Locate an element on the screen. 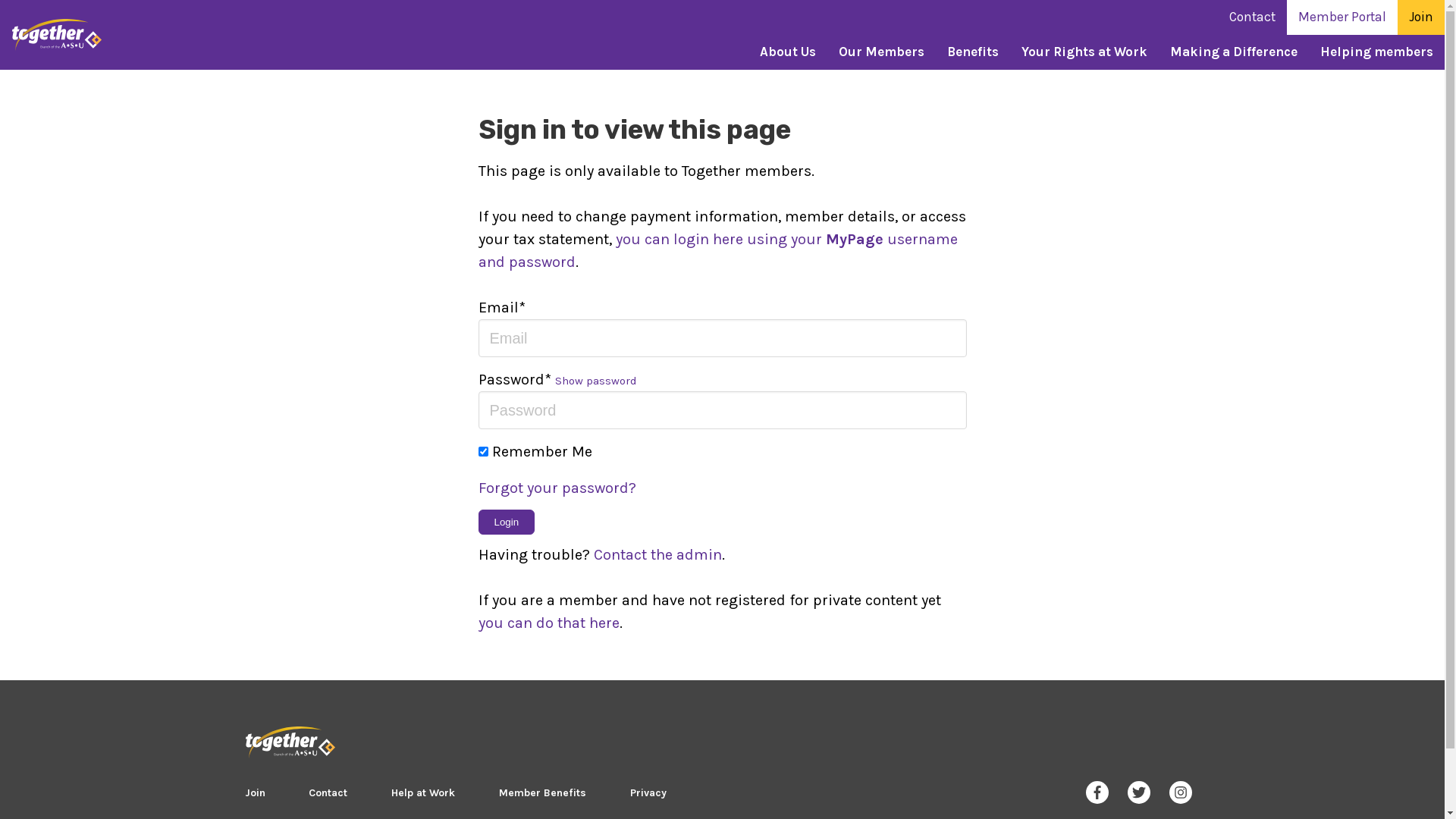 The width and height of the screenshot is (1456, 819). 'About Us' is located at coordinates (787, 52).